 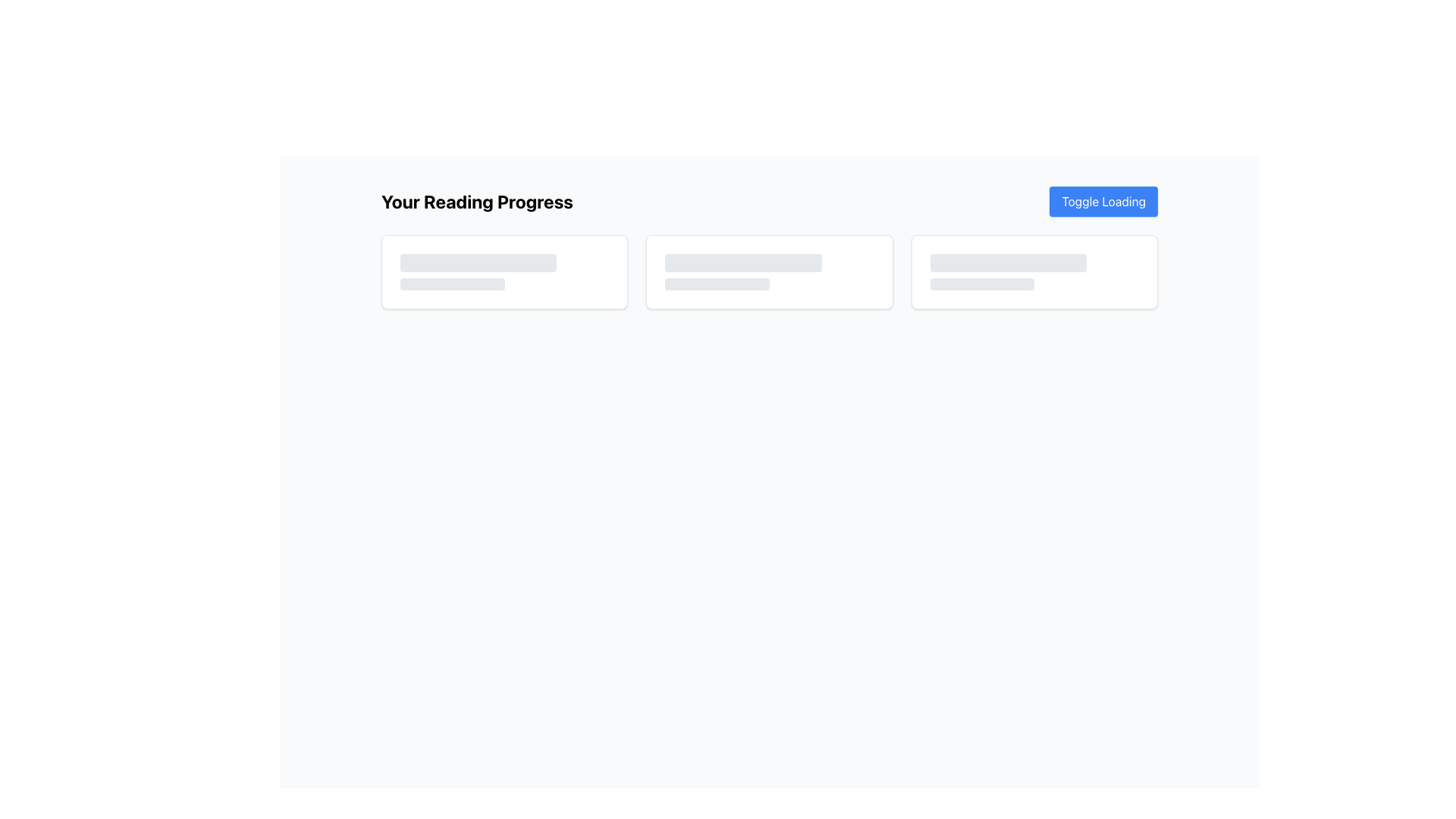 What do you see at coordinates (743, 262) in the screenshot?
I see `the loading skeleton placeholder element, which is a horizontally elongated rectangular box with rounded corners, positioned above a shorter gray box within the 'Your Reading Progress' section` at bounding box center [743, 262].